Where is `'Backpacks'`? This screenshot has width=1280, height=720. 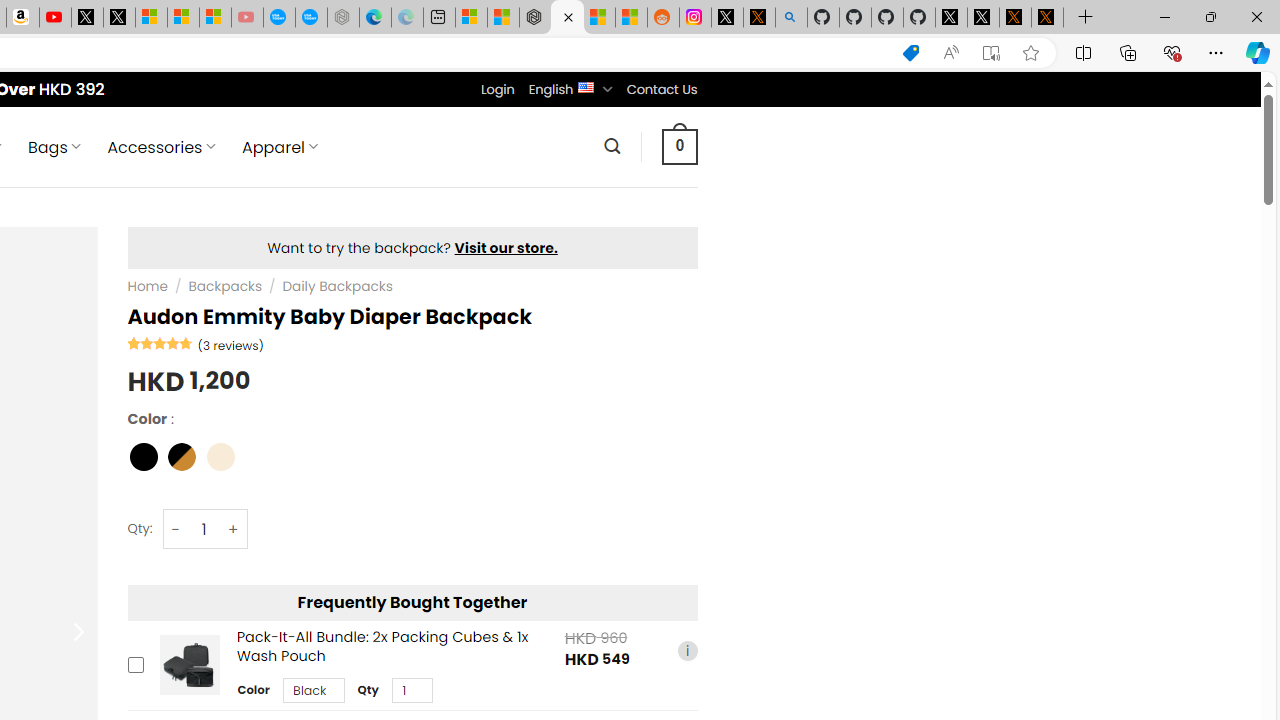 'Backpacks' is located at coordinates (225, 286).